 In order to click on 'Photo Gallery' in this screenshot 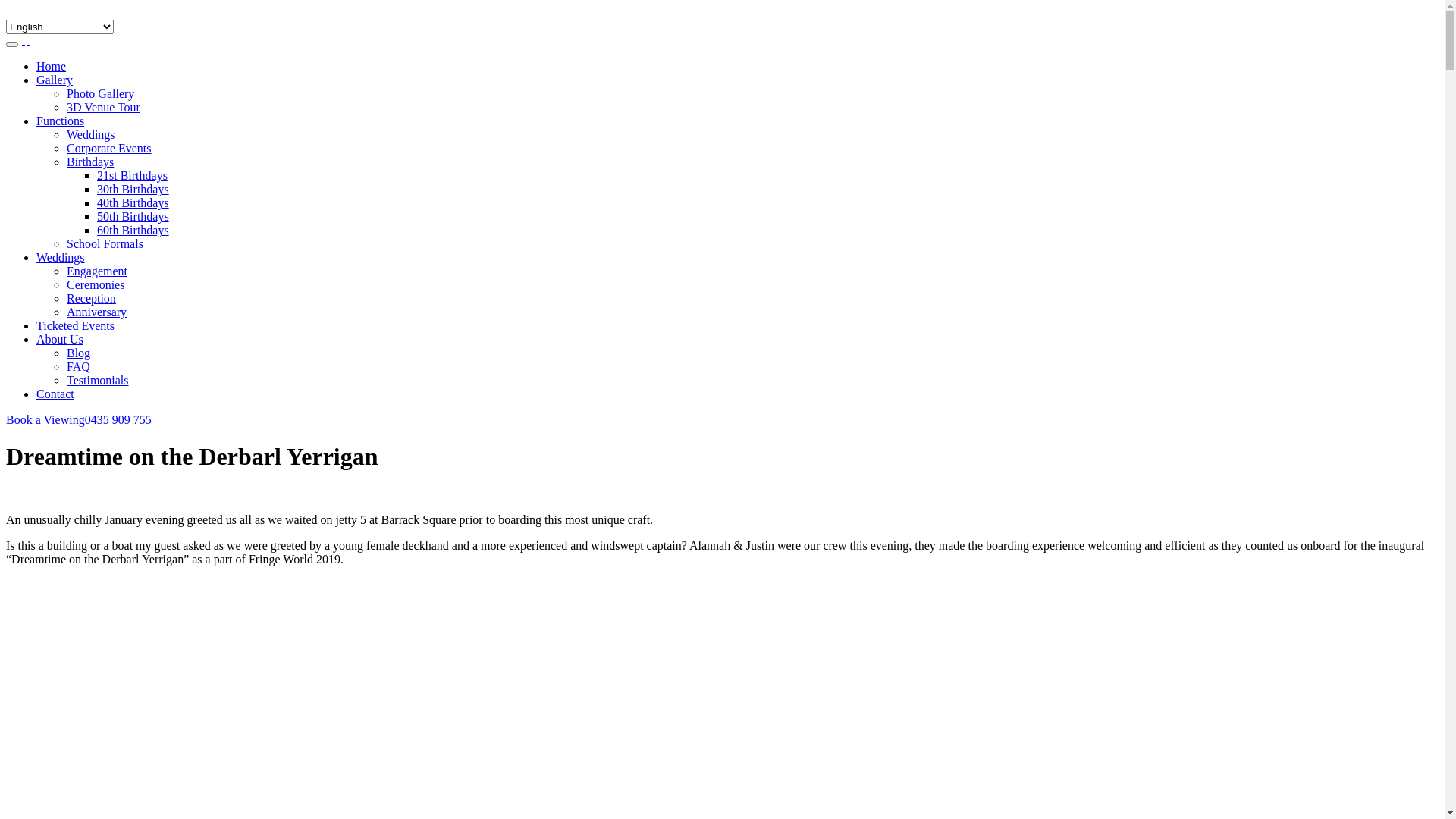, I will do `click(99, 93)`.